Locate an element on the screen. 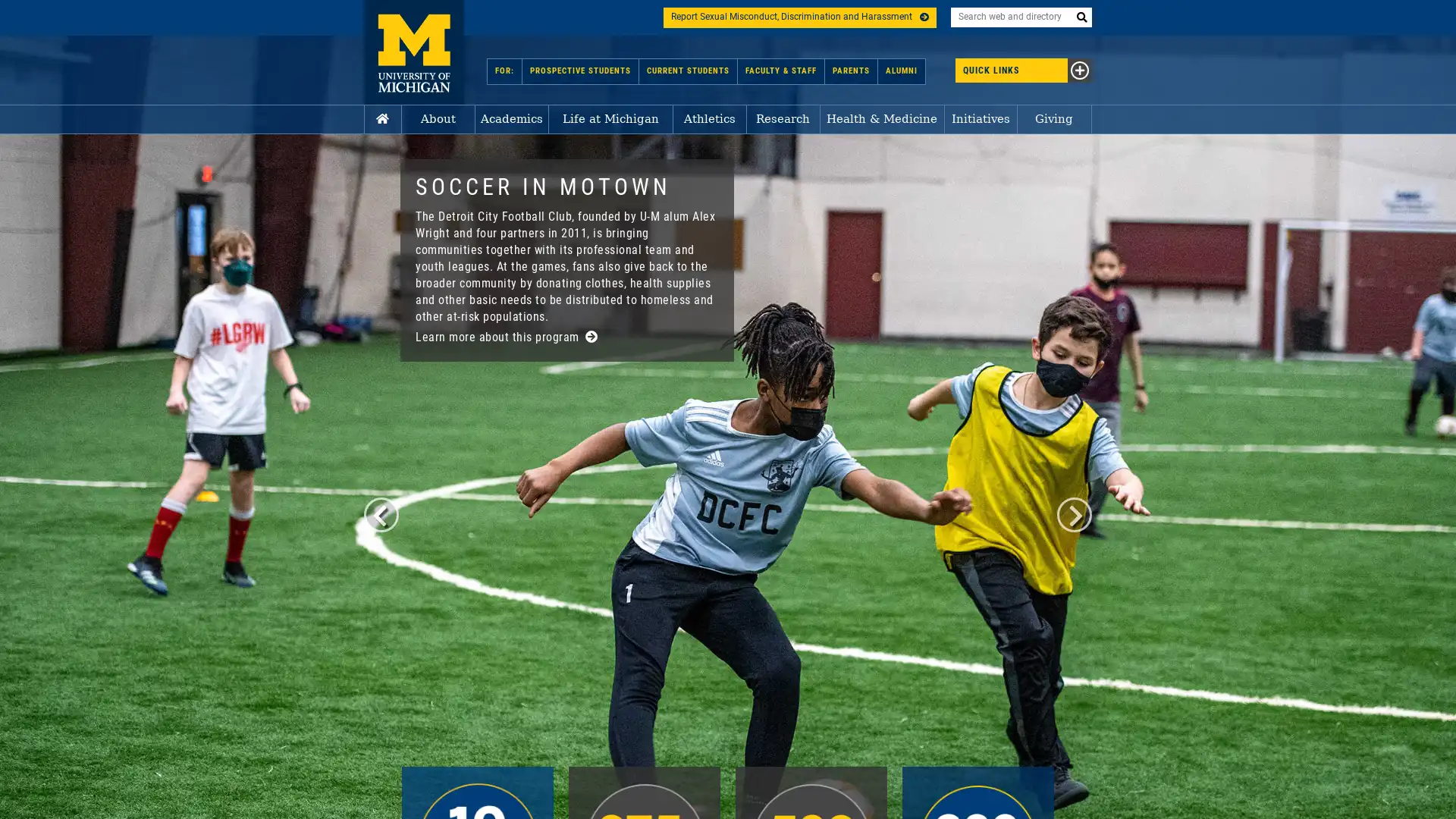  QUICK LINKS is located at coordinates (990, 70).